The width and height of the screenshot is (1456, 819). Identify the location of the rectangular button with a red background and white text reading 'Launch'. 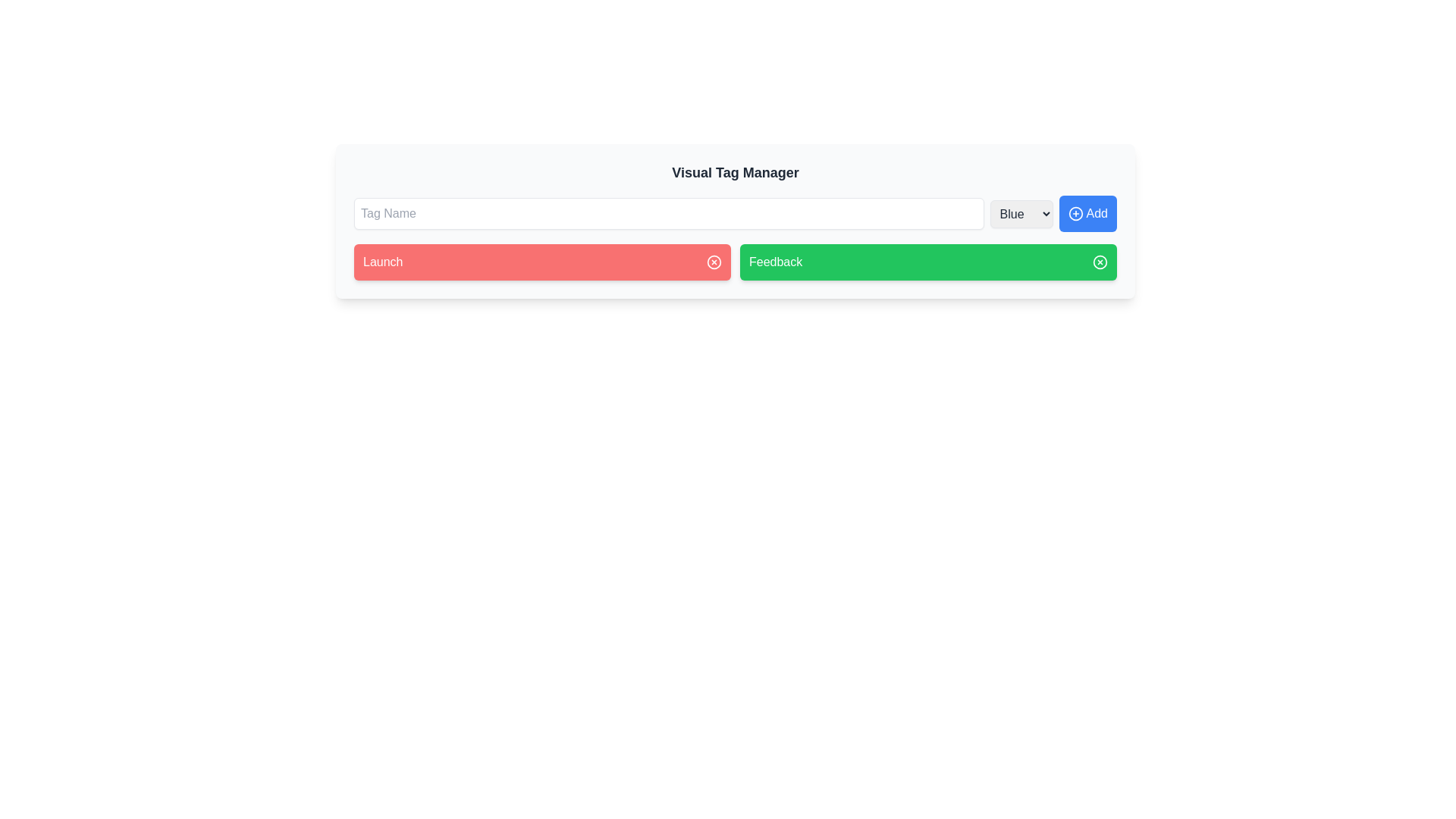
(542, 262).